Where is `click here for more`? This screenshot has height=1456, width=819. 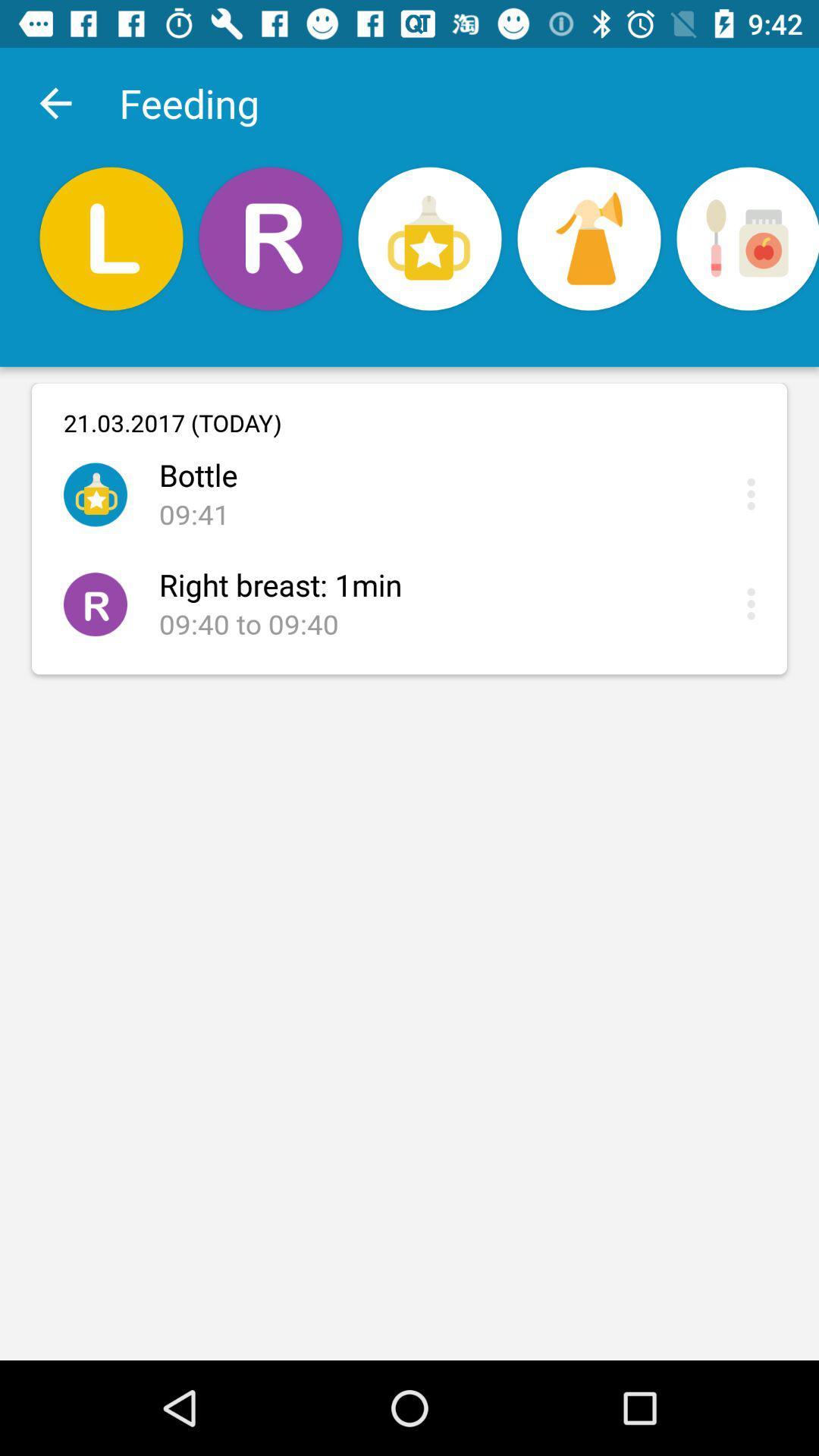 click here for more is located at coordinates (755, 603).